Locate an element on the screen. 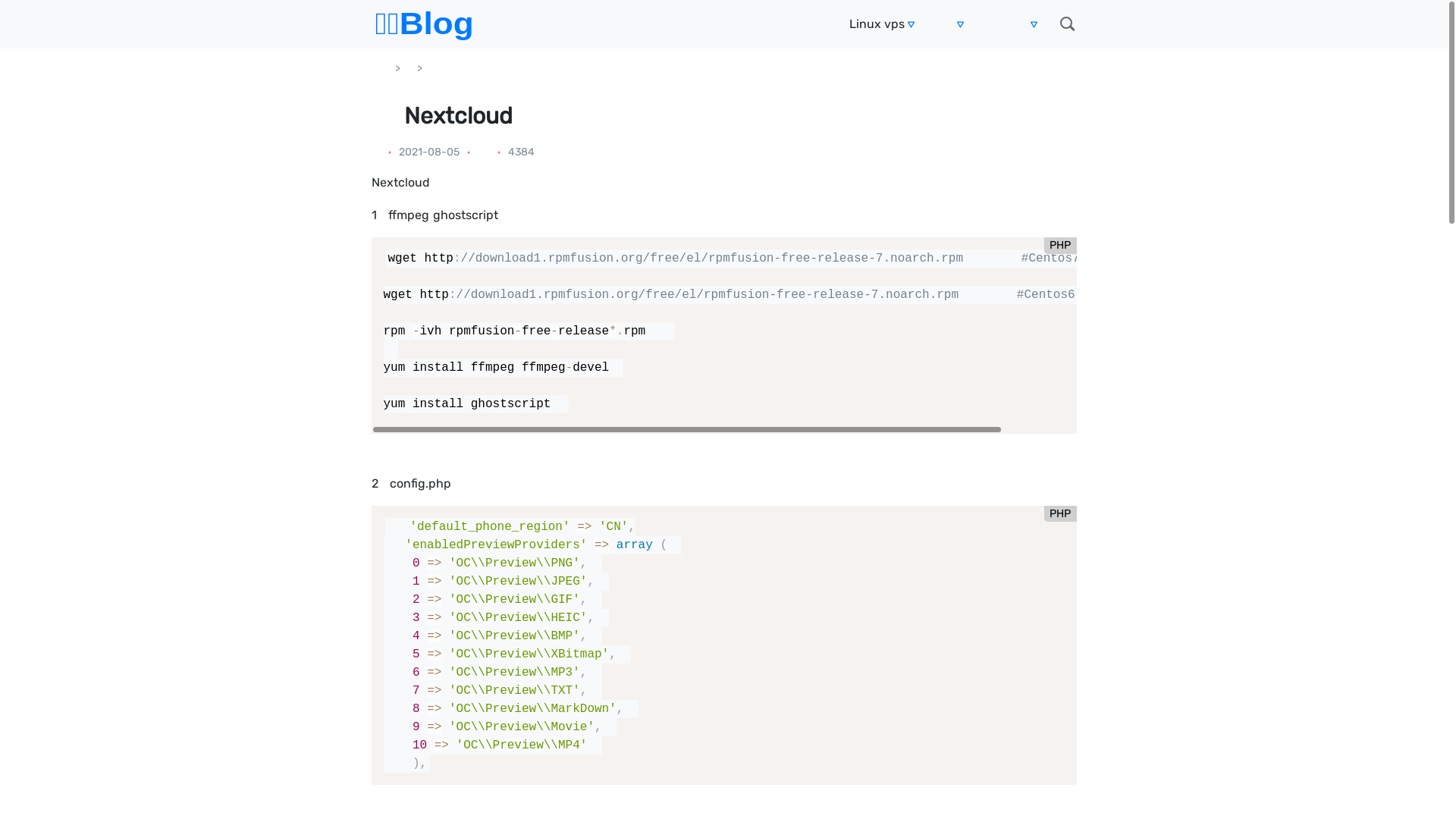 This screenshot has height=819, width=1456. 'Linux vps' is located at coordinates (877, 24).